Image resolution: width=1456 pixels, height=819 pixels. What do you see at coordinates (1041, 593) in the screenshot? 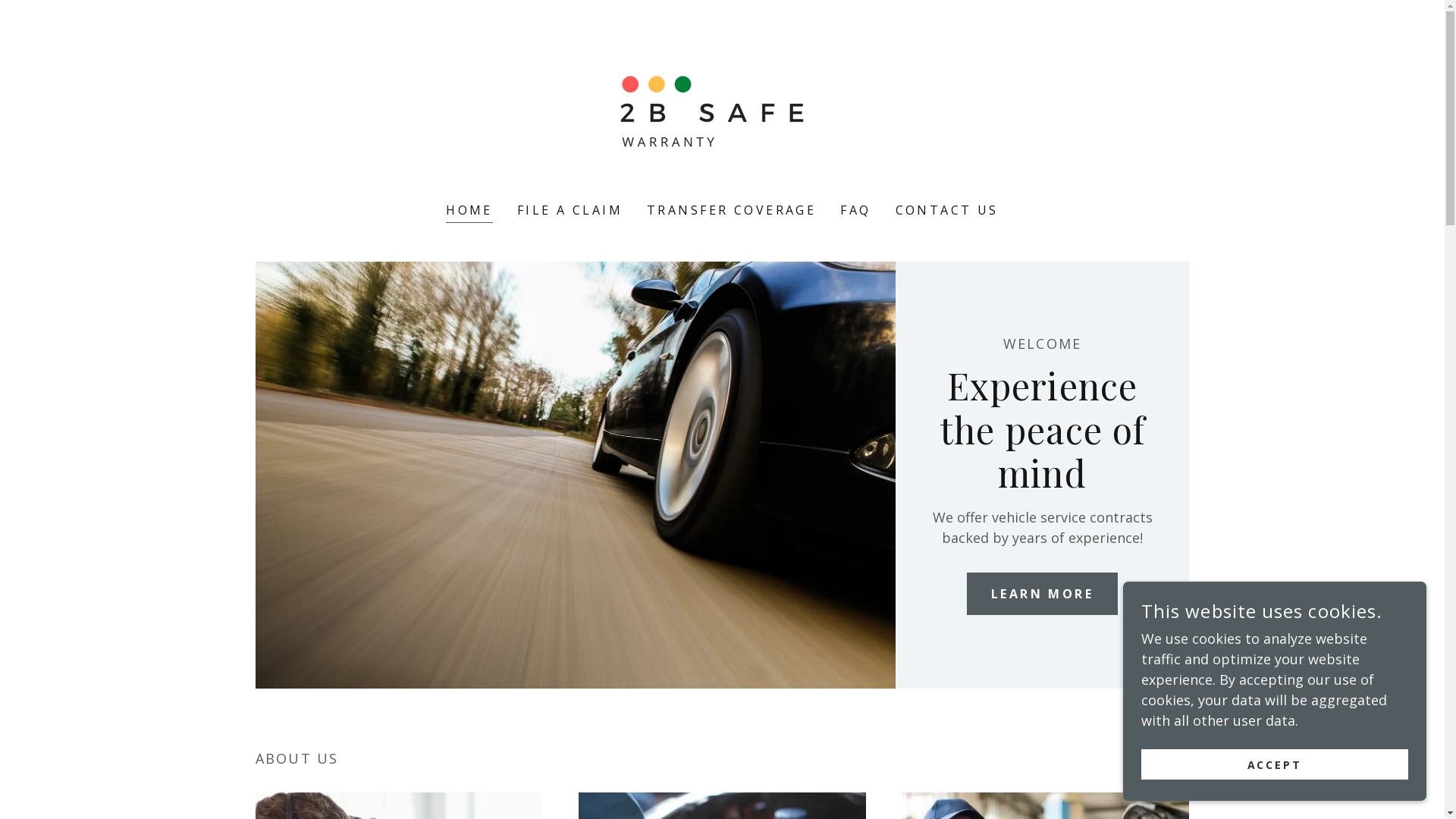
I see `'LEARN MORE'` at bounding box center [1041, 593].